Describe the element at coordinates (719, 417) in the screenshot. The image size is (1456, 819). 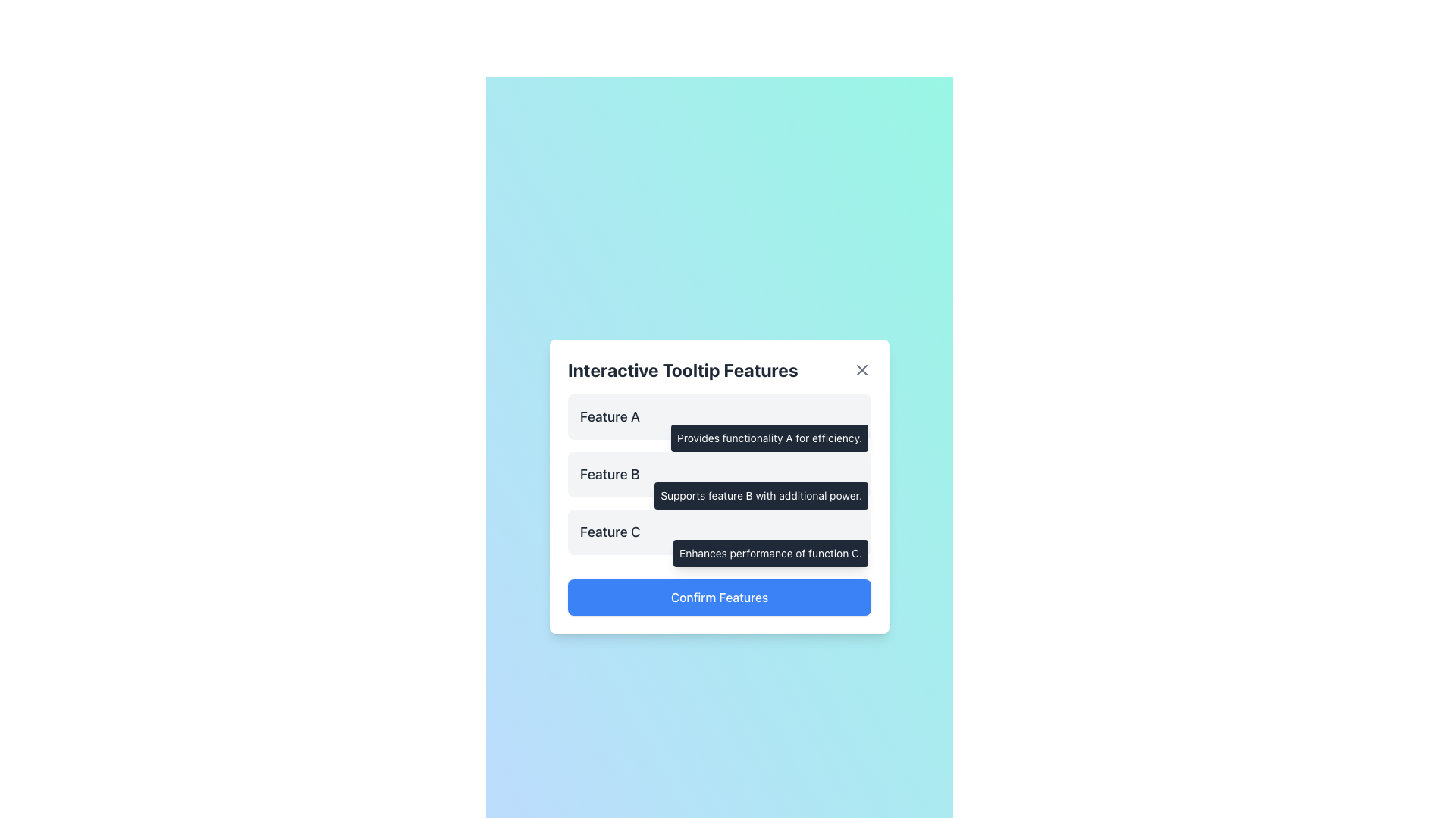
I see `the visual presentation of the Informational label titled 'Feature A' with the tooltip that describes its functionality` at that location.